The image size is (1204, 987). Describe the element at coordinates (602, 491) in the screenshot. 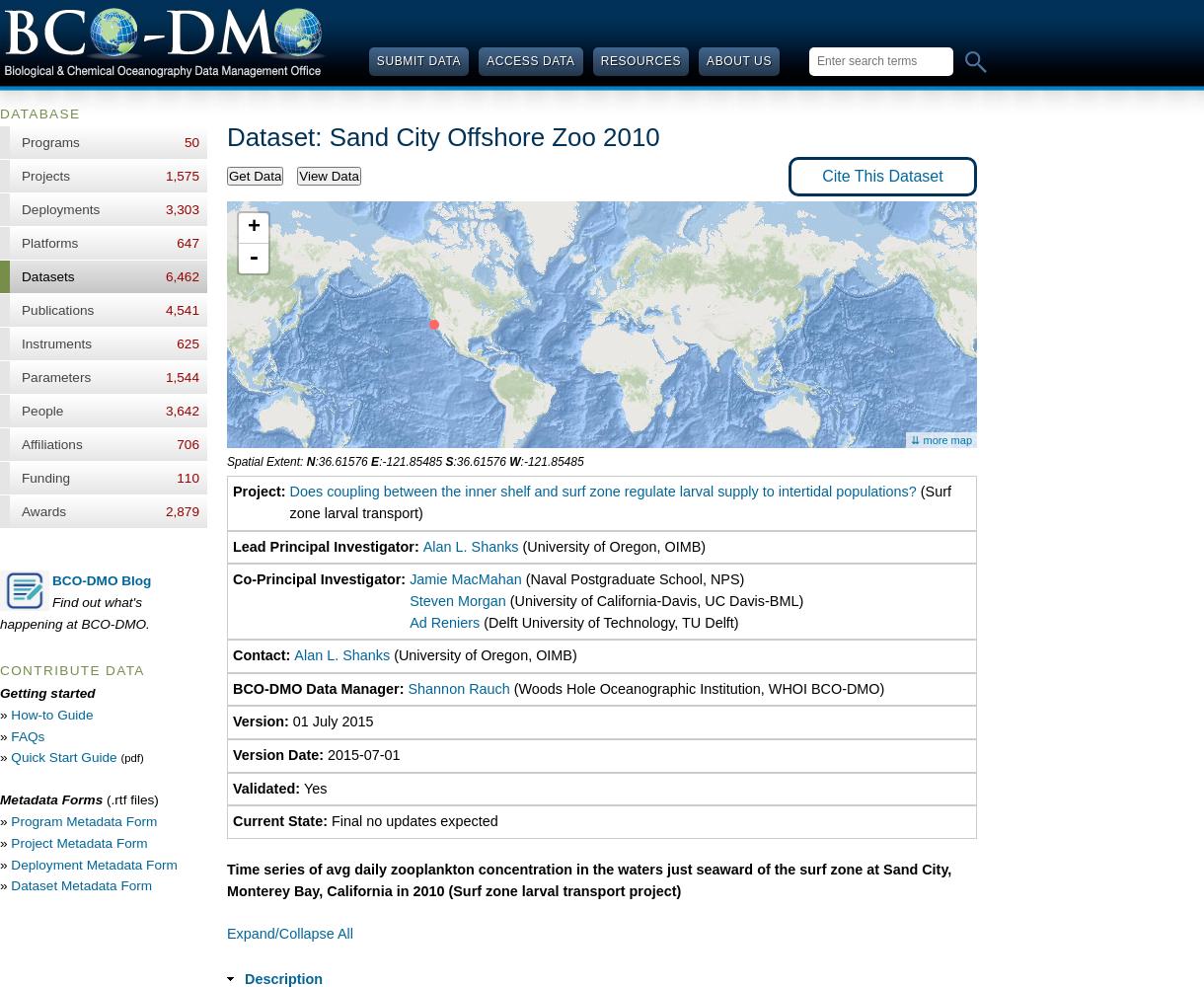

I see `'Does coupling between the inner shelf and surf zone regulate larval supply to intertidal populations?'` at that location.